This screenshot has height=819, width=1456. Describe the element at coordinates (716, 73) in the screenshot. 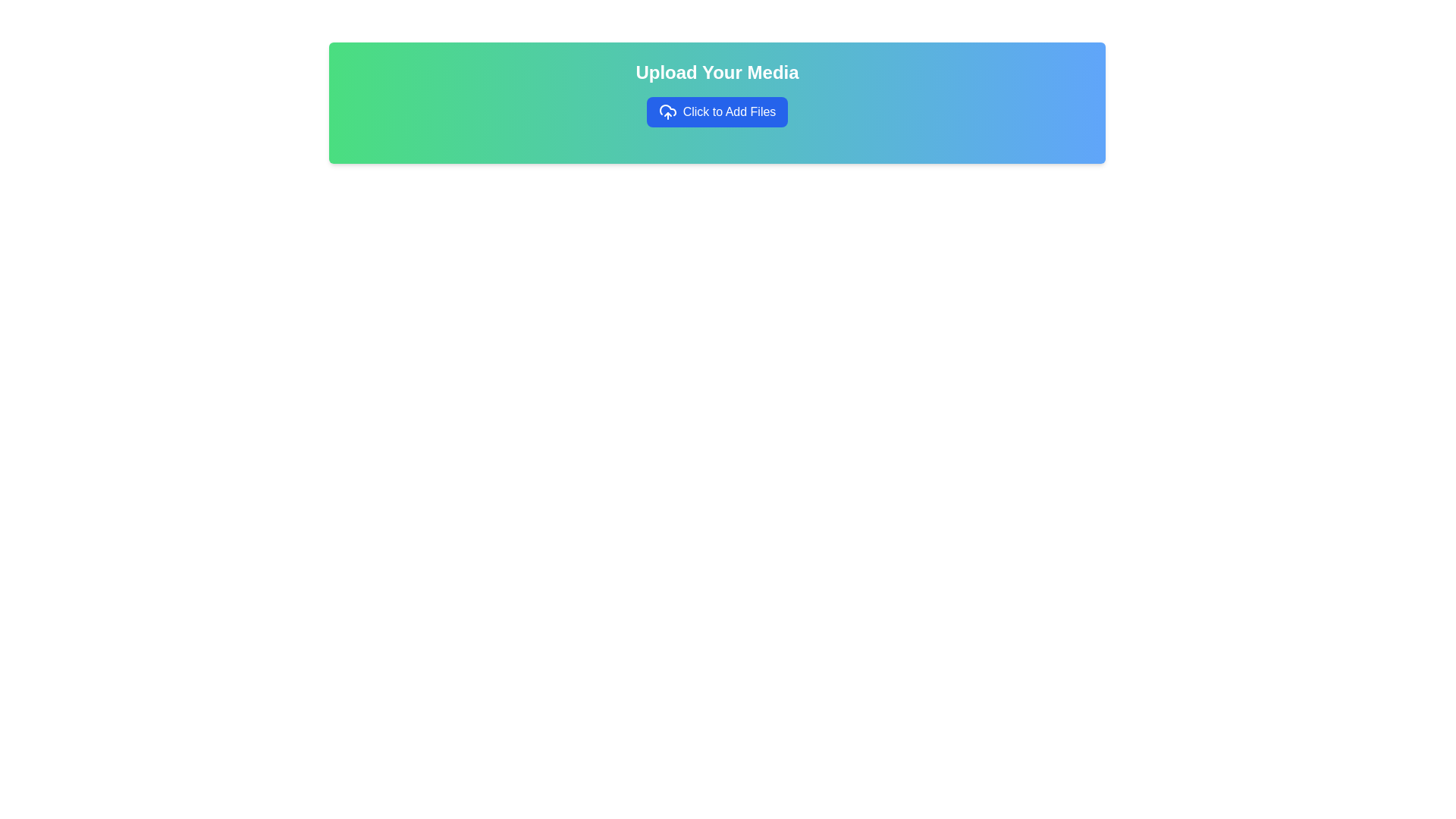

I see `the header text element displaying 'Upload Your Media', which is styled with a bold, white font and centered within a gradient background transitioning from green to blue` at that location.